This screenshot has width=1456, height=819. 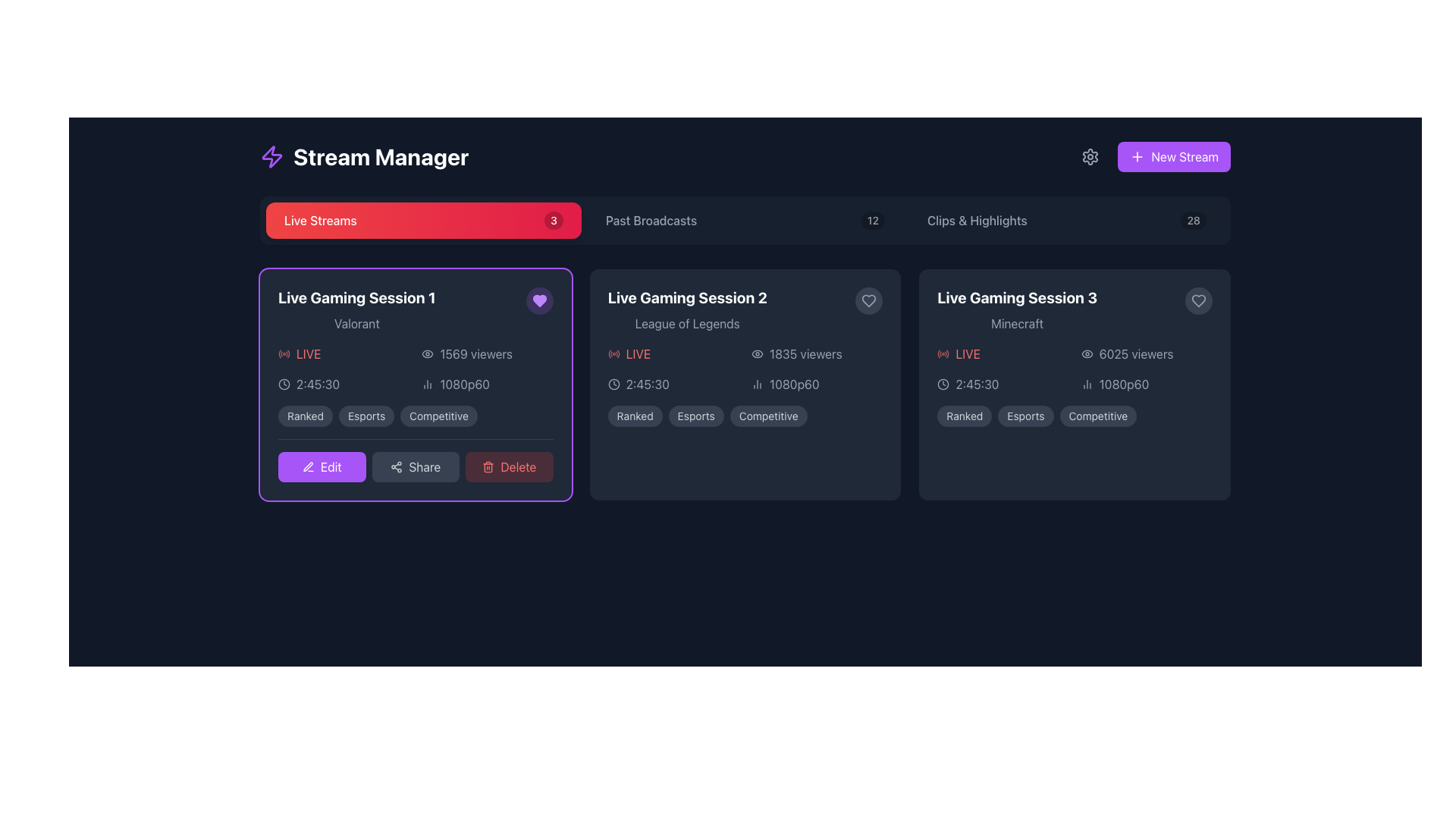 I want to click on the center of the gear icon button in the top-right section of the interface, so click(x=1090, y=157).